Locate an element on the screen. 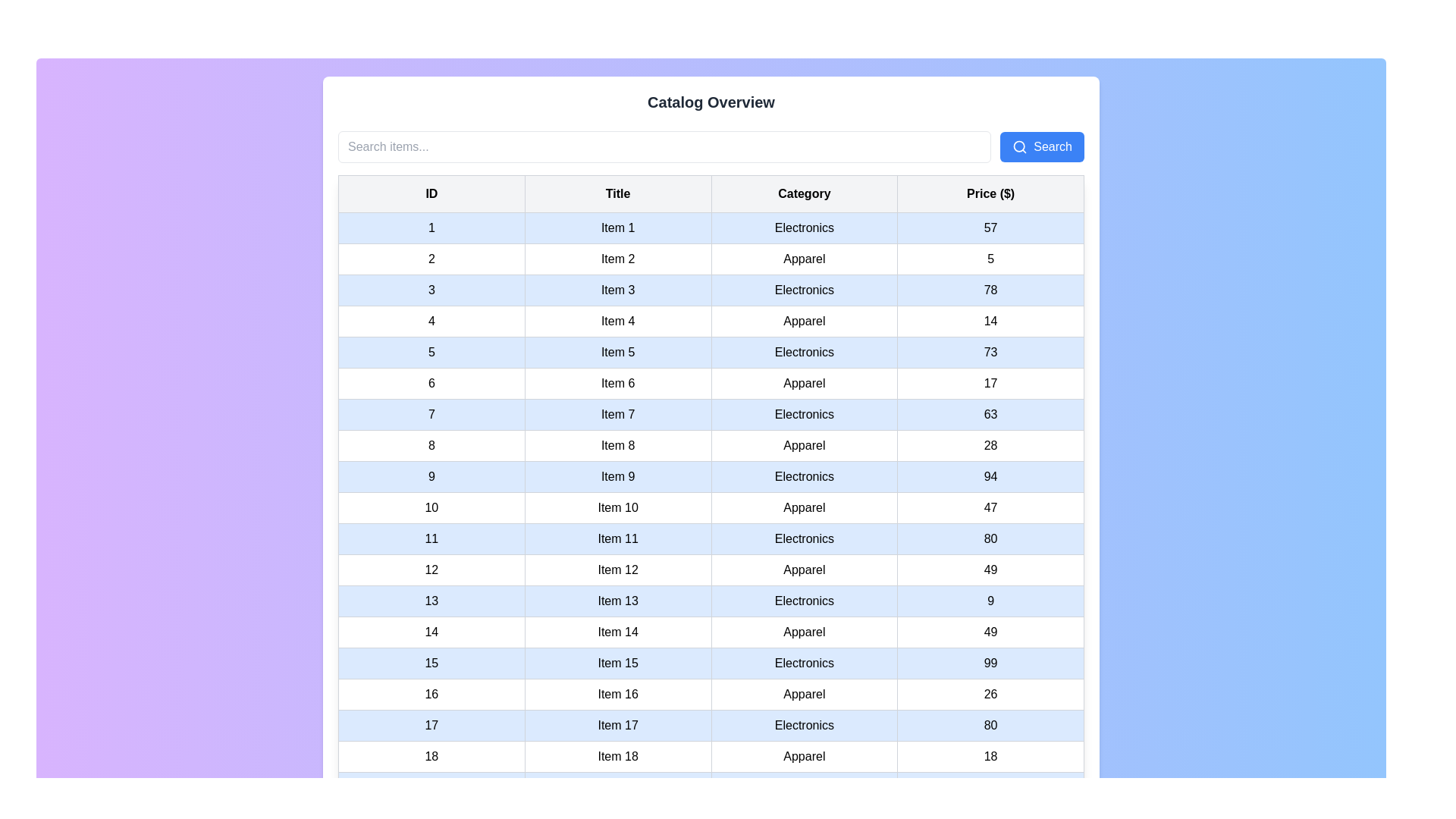 The image size is (1456, 819). the read-only text table cell displaying 'Apparel' for 'Item 12' in the 'Category' column is located at coordinates (803, 570).